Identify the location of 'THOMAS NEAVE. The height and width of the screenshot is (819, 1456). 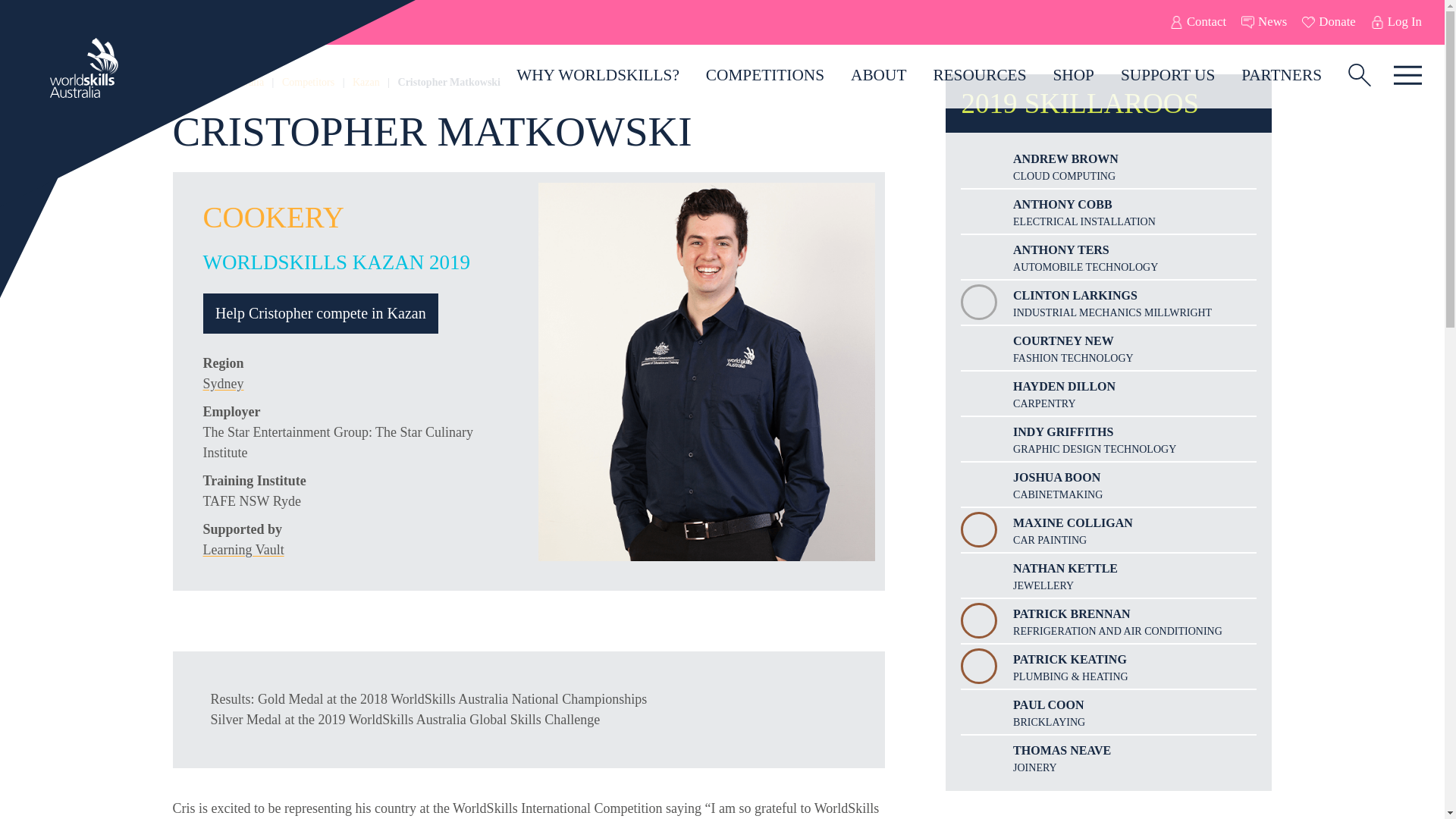
(1109, 758).